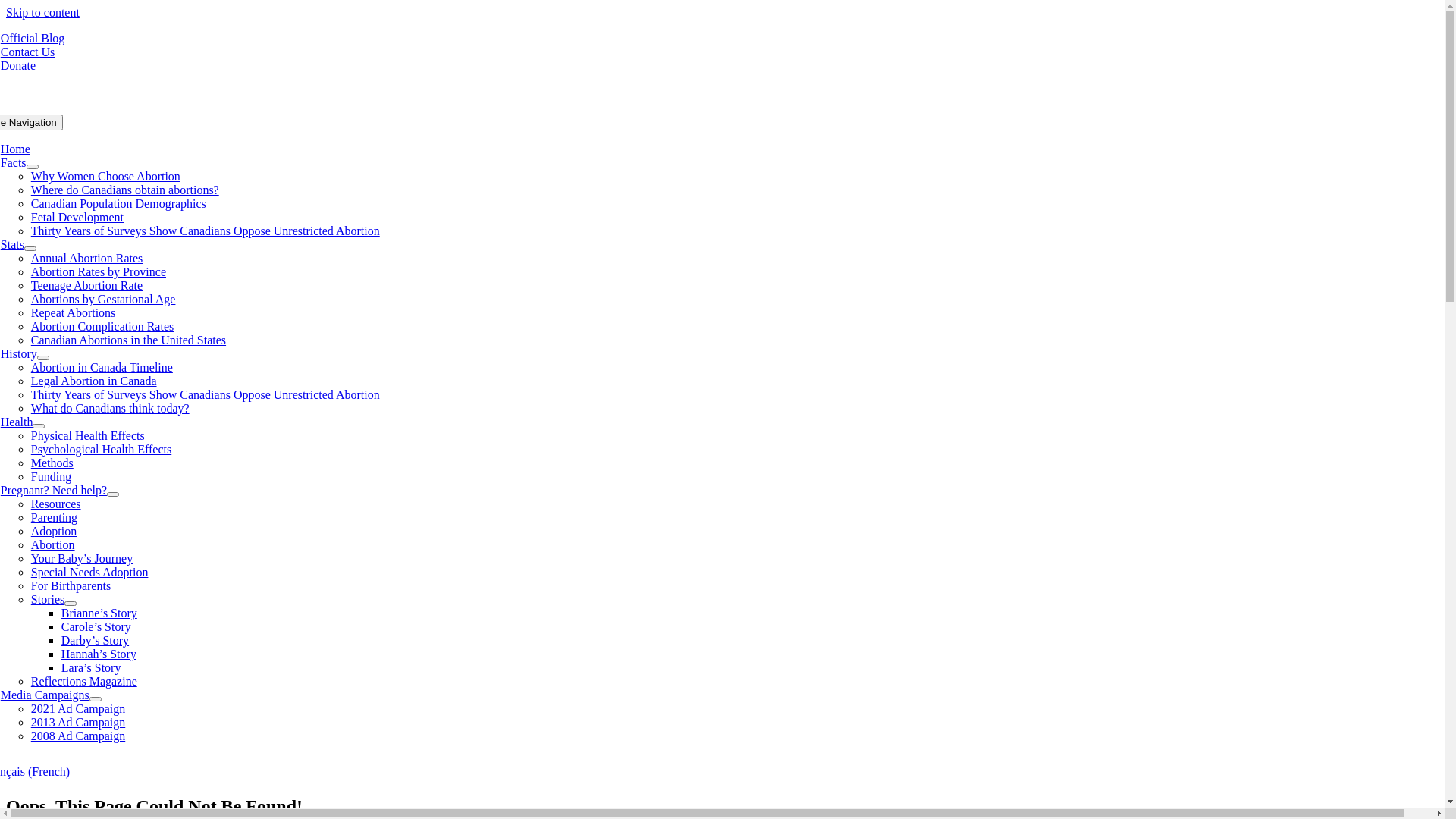 The height and width of the screenshot is (819, 1456). I want to click on 'Donate', so click(18, 64).